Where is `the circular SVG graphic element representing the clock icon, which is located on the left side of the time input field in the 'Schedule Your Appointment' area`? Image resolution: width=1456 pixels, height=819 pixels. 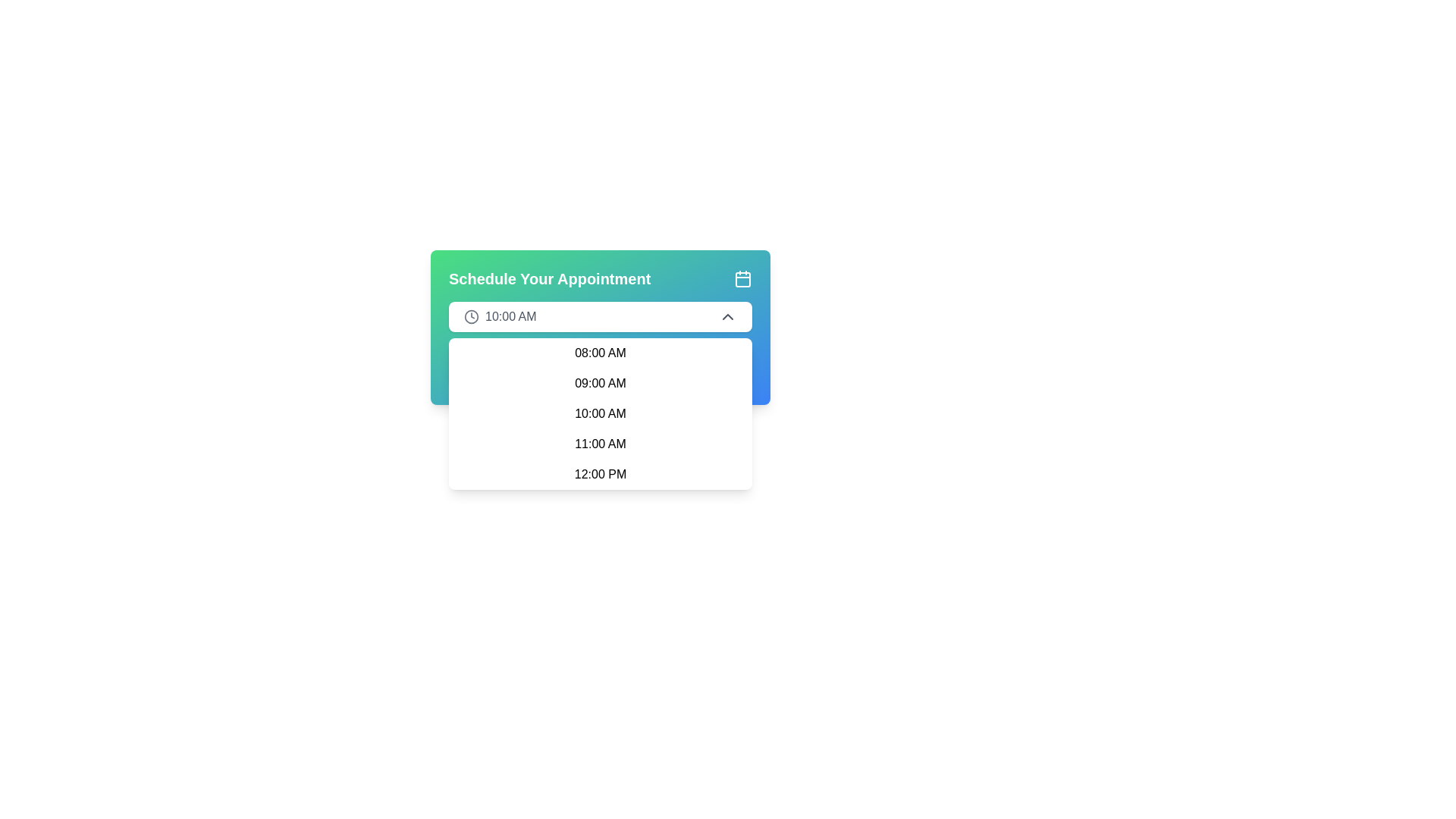 the circular SVG graphic element representing the clock icon, which is located on the left side of the time input field in the 'Schedule Your Appointment' area is located at coordinates (471, 315).